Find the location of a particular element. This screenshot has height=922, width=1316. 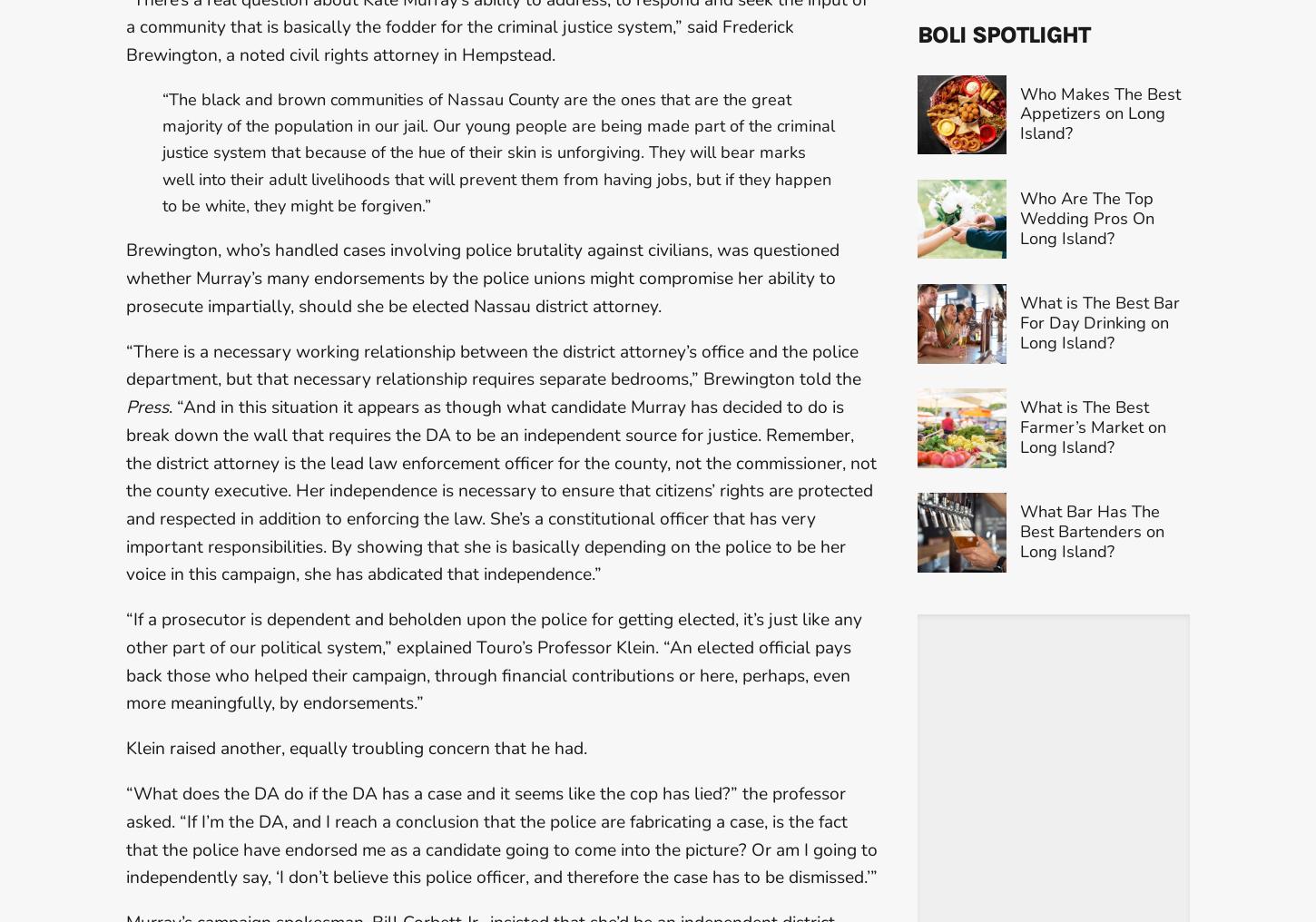

'Brewington, who’s handled cases involving police brutality against civilians, was questioned whether Murray’s many endorsements by the police unions might compromise her ability to prosecute impartially, should she be elected Nassau district attorney.' is located at coordinates (483, 277).